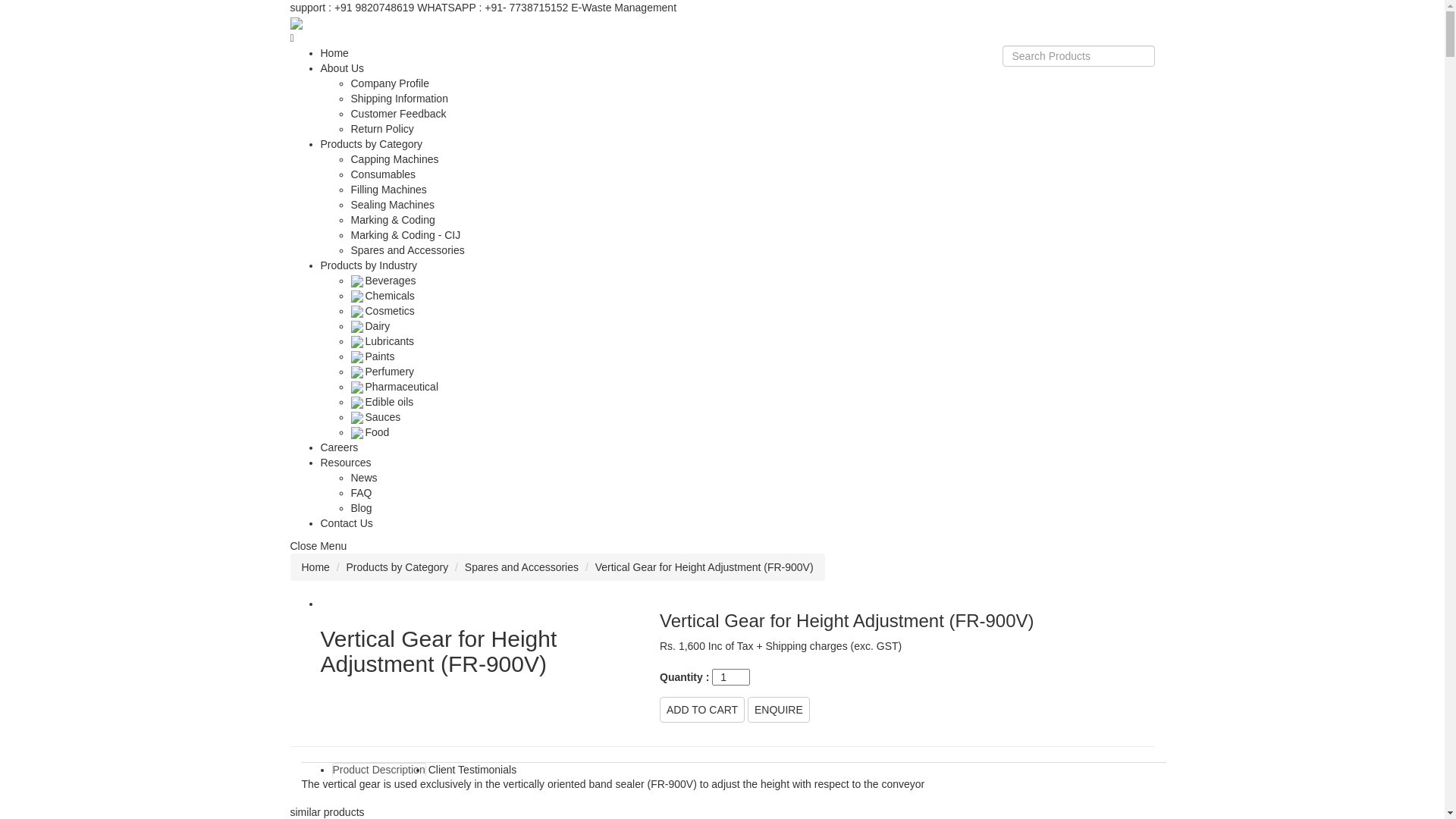  Describe the element at coordinates (349, 219) in the screenshot. I see `'Marking & Coding'` at that location.